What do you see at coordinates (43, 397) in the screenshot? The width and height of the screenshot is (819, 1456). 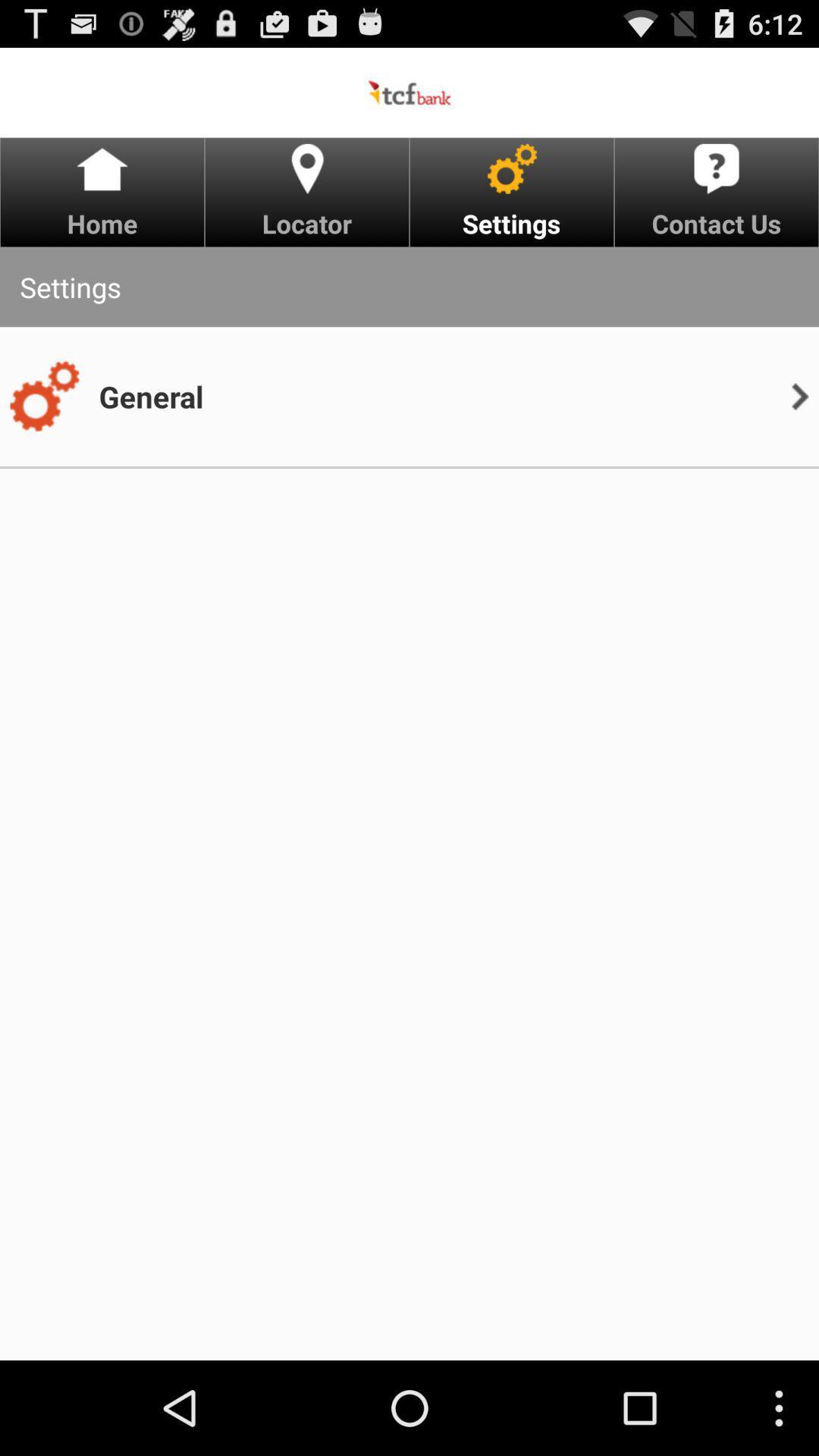 I see `item to the left of the general item` at bounding box center [43, 397].